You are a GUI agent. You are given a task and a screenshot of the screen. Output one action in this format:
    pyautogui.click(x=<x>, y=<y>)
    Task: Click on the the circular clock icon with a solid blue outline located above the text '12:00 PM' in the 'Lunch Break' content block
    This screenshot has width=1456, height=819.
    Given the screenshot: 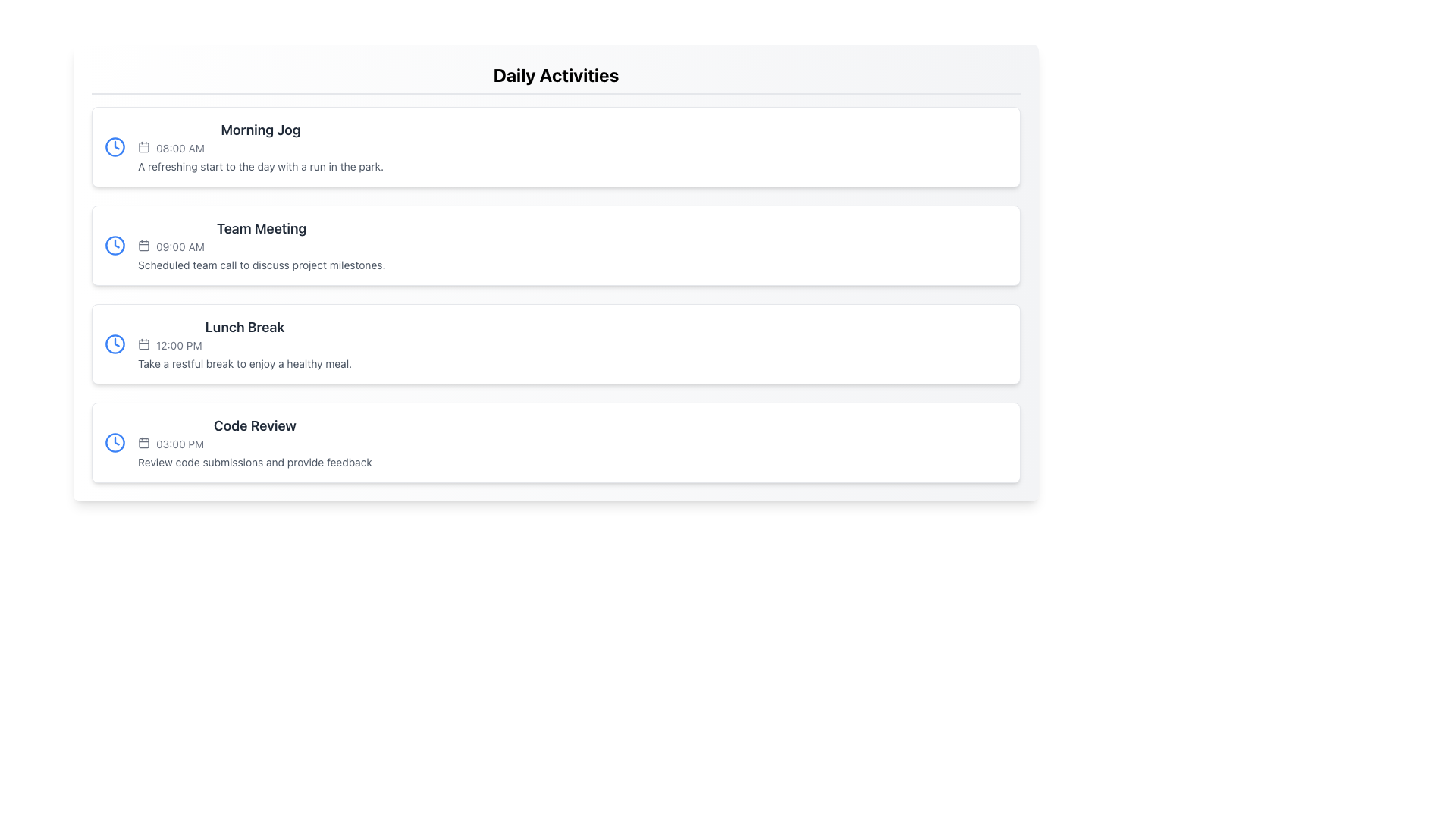 What is the action you would take?
    pyautogui.click(x=115, y=344)
    